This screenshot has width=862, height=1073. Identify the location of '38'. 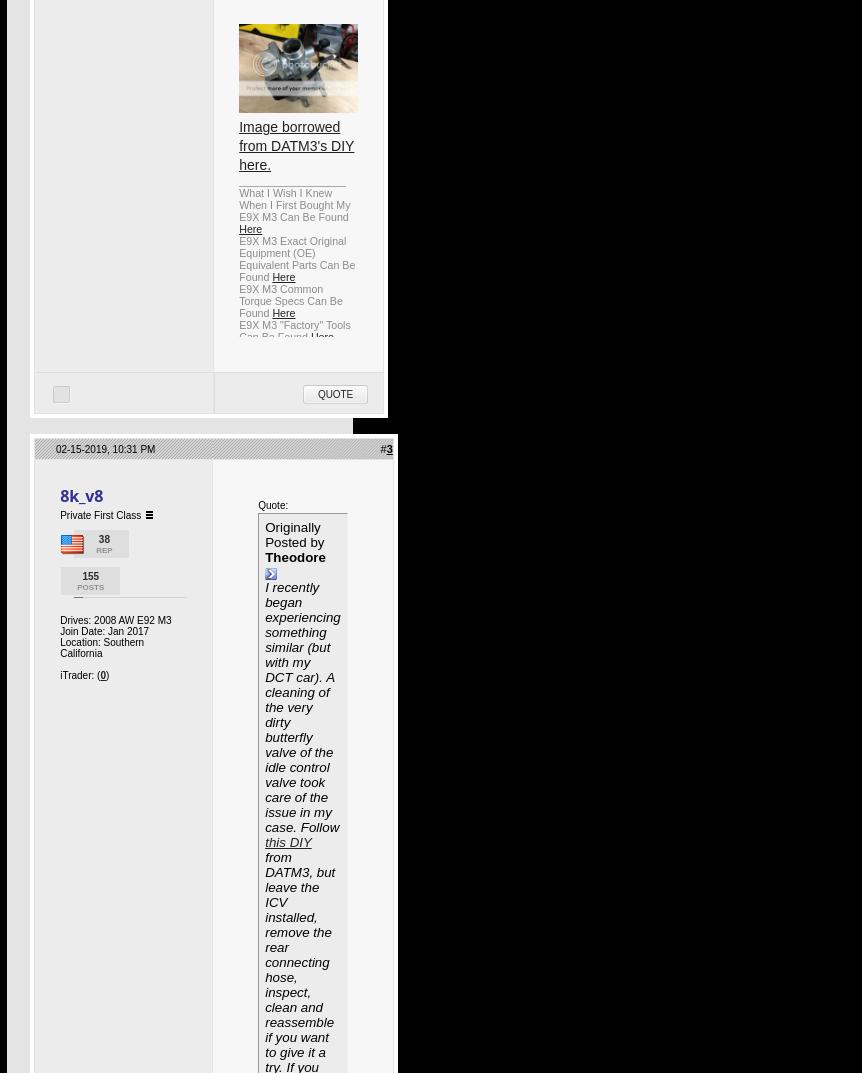
(102, 539).